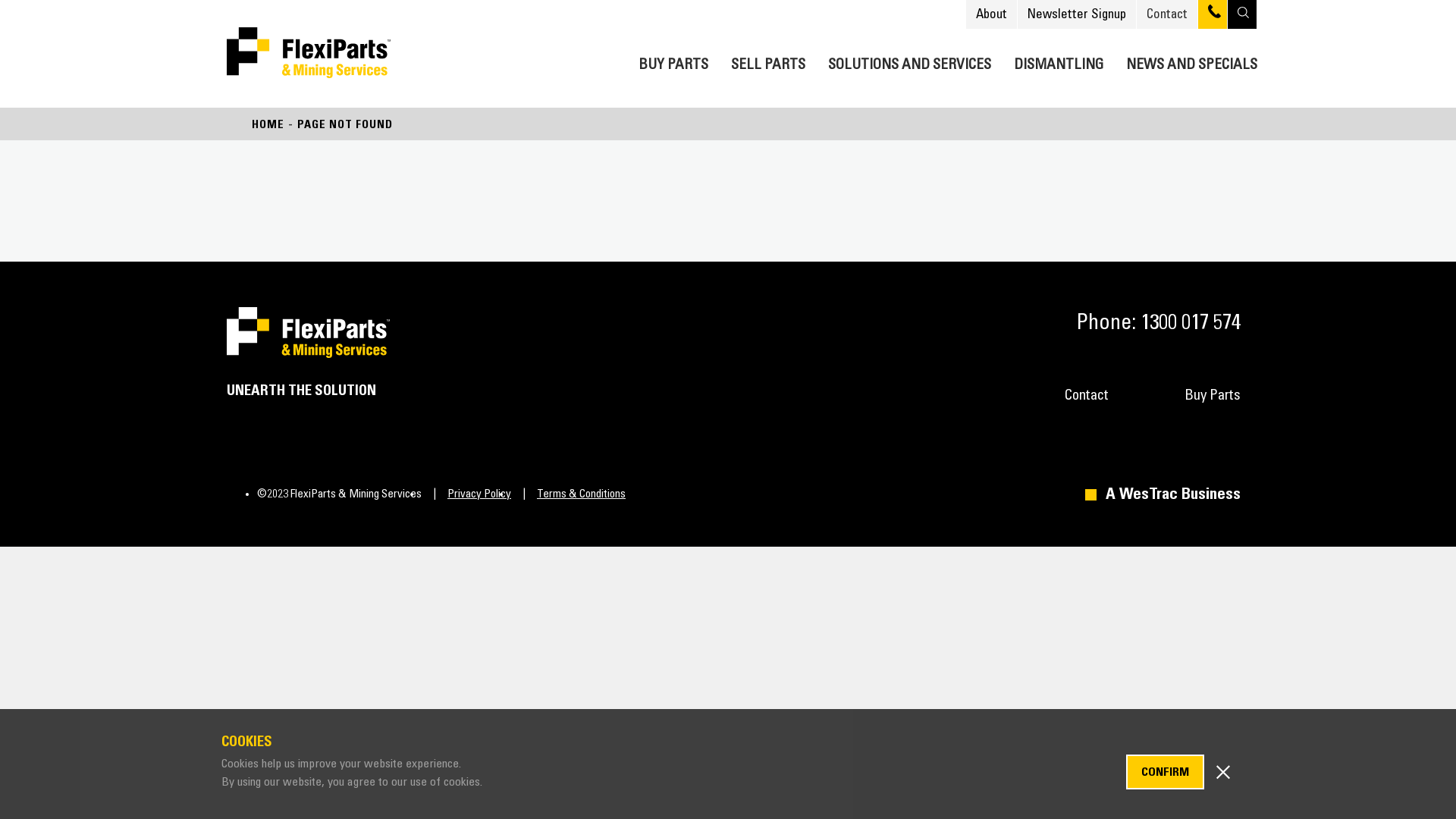  What do you see at coordinates (567, 494) in the screenshot?
I see `'Terms & Conditions'` at bounding box center [567, 494].